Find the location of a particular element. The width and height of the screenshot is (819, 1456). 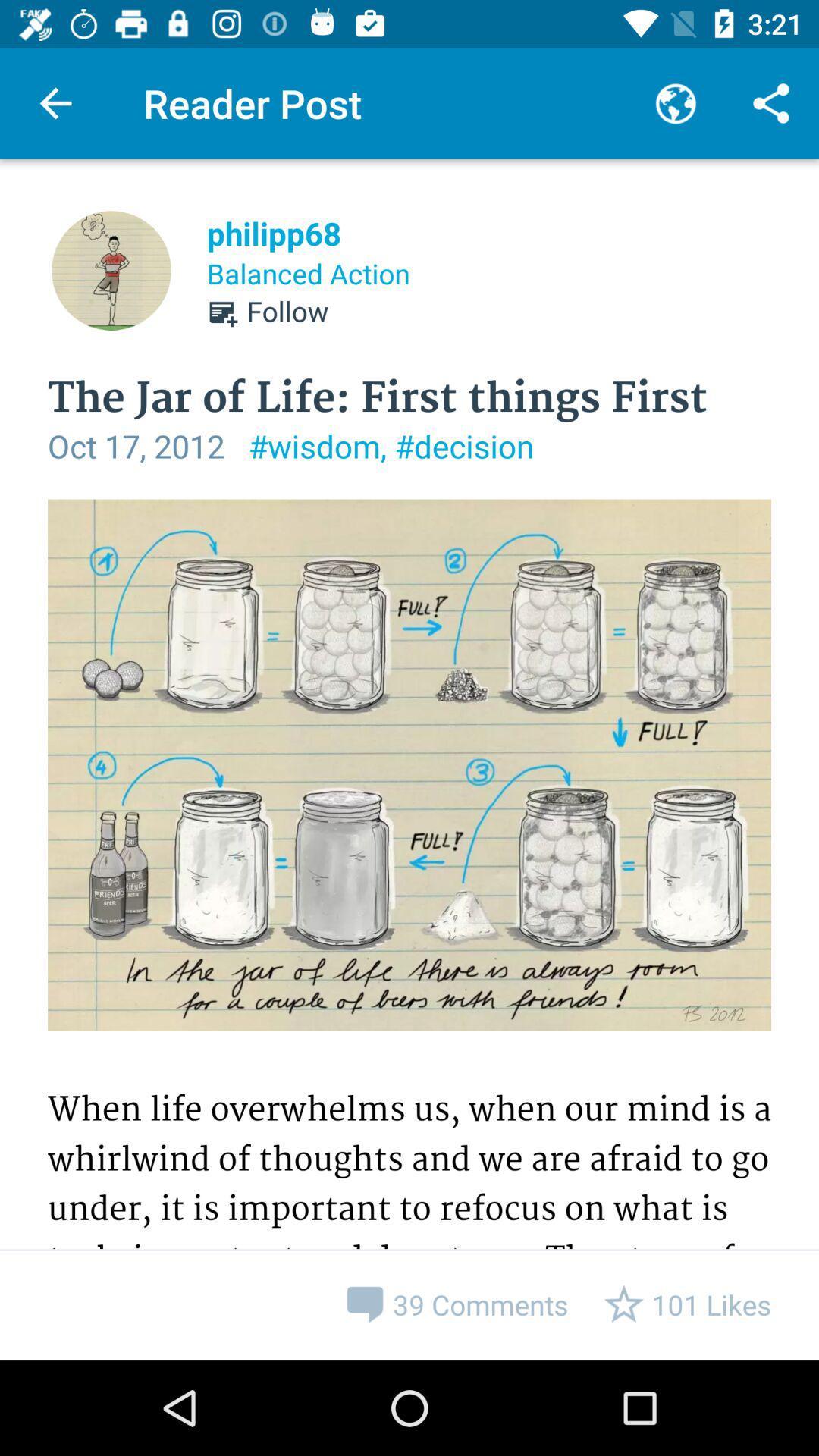

ateno is located at coordinates (409, 929).